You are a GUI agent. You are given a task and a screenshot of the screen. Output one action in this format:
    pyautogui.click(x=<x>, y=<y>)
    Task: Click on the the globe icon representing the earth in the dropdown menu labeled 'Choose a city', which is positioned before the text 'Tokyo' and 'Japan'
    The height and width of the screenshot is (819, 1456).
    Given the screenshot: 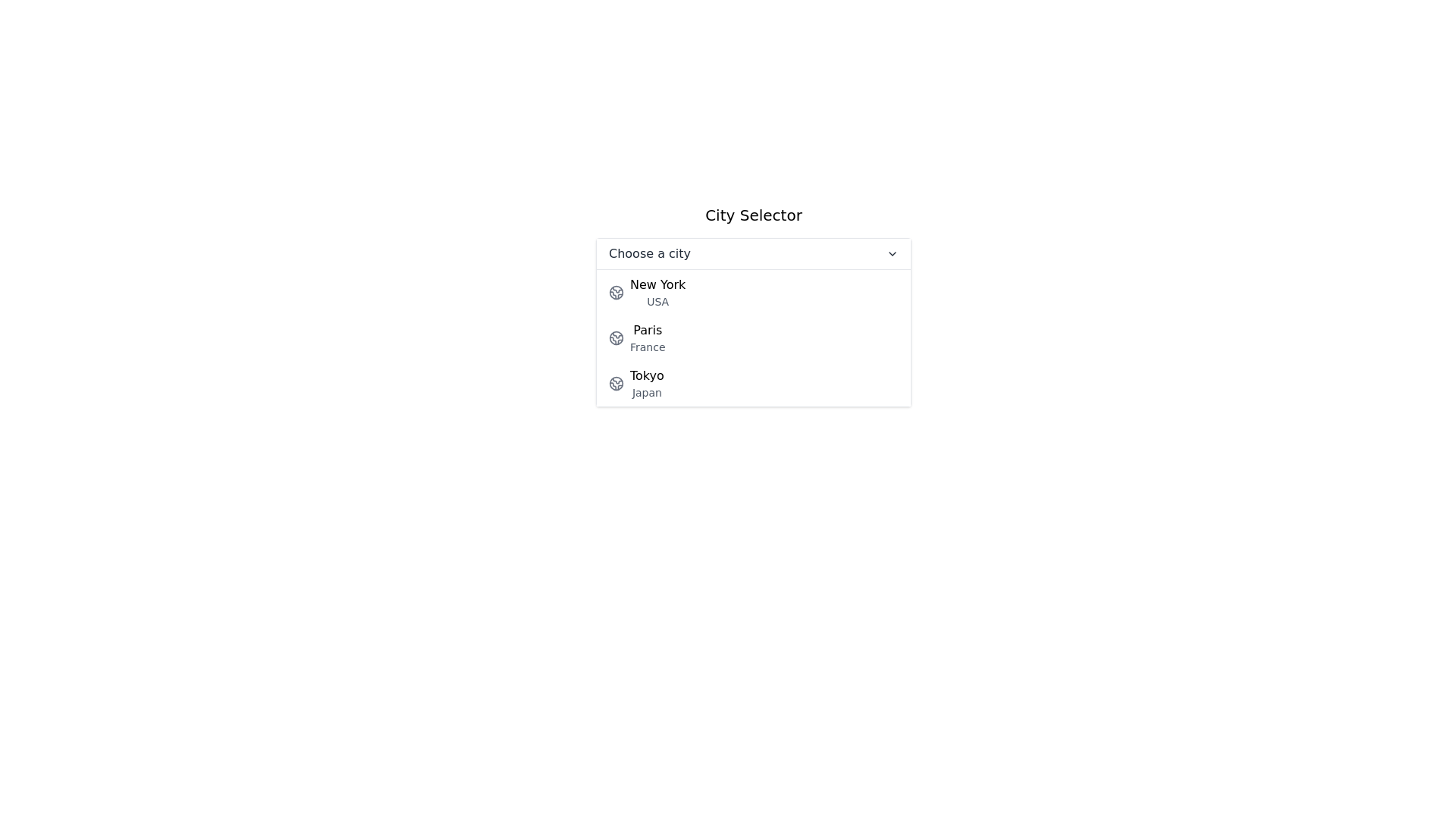 What is the action you would take?
    pyautogui.click(x=616, y=382)
    